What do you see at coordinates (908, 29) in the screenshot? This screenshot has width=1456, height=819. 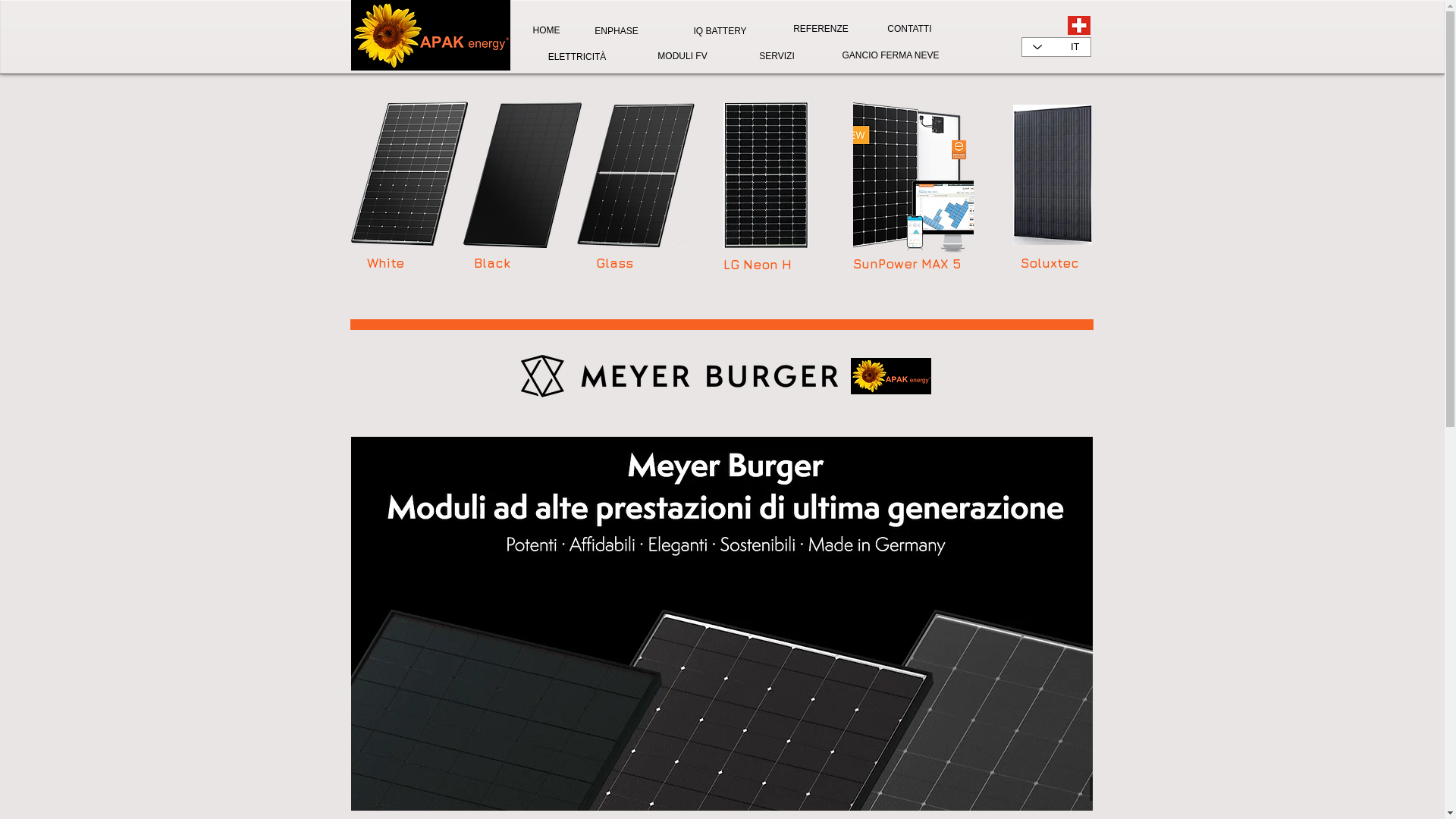 I see `'CONTATTI'` at bounding box center [908, 29].